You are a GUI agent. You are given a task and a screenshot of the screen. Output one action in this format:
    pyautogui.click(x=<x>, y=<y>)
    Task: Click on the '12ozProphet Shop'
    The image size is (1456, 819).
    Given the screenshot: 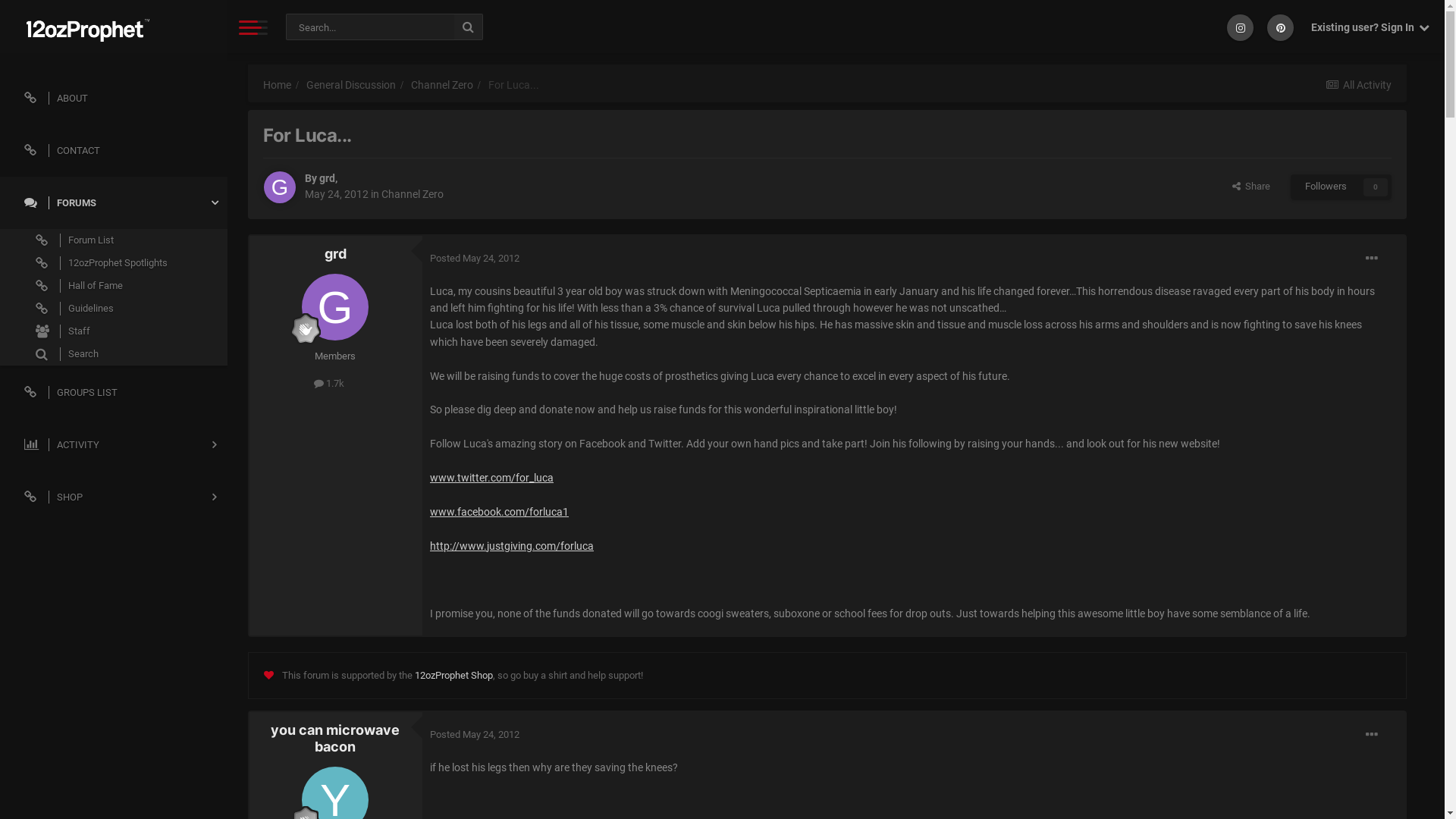 What is the action you would take?
    pyautogui.click(x=453, y=674)
    